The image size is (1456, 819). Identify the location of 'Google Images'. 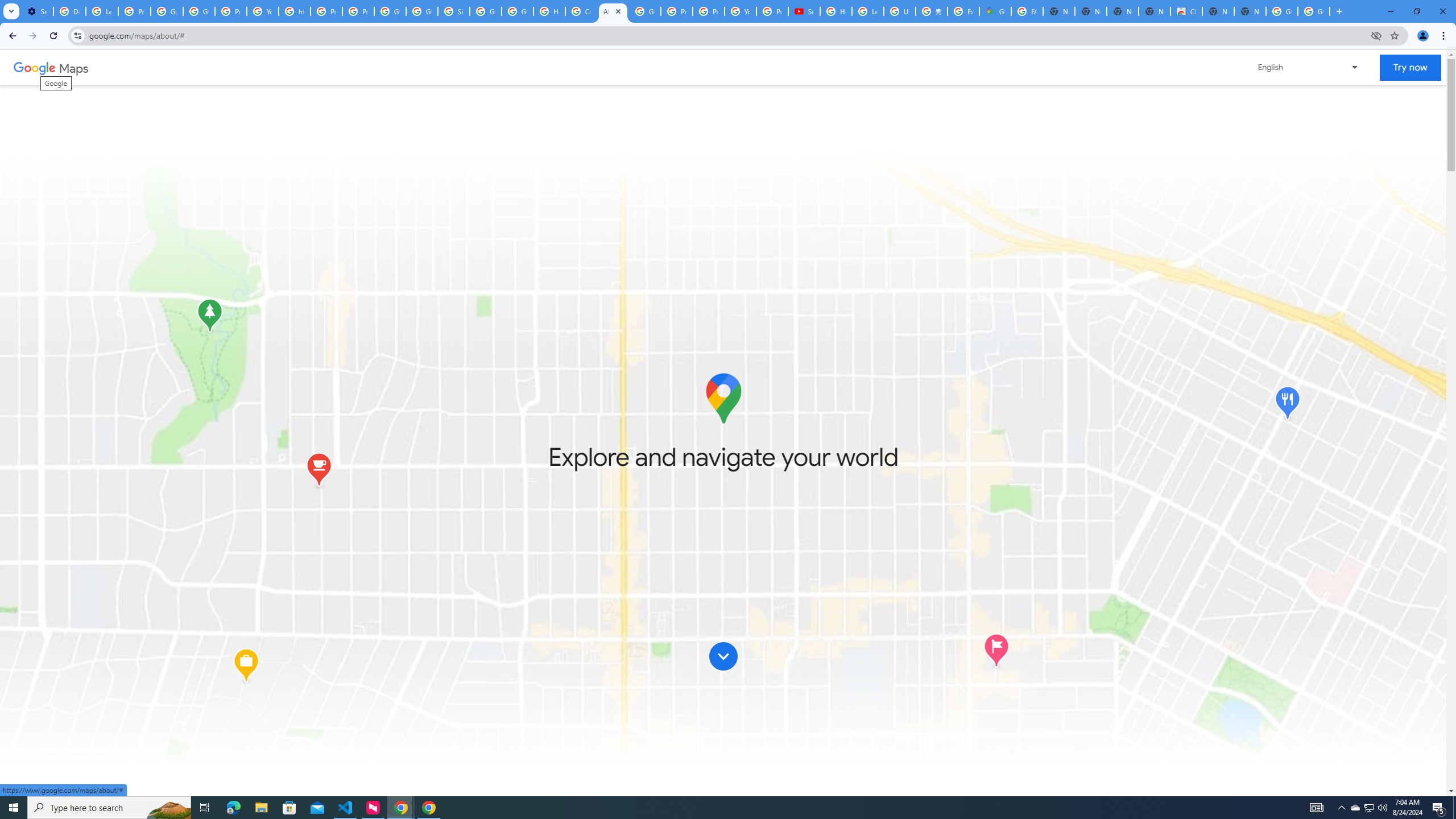
(1314, 11).